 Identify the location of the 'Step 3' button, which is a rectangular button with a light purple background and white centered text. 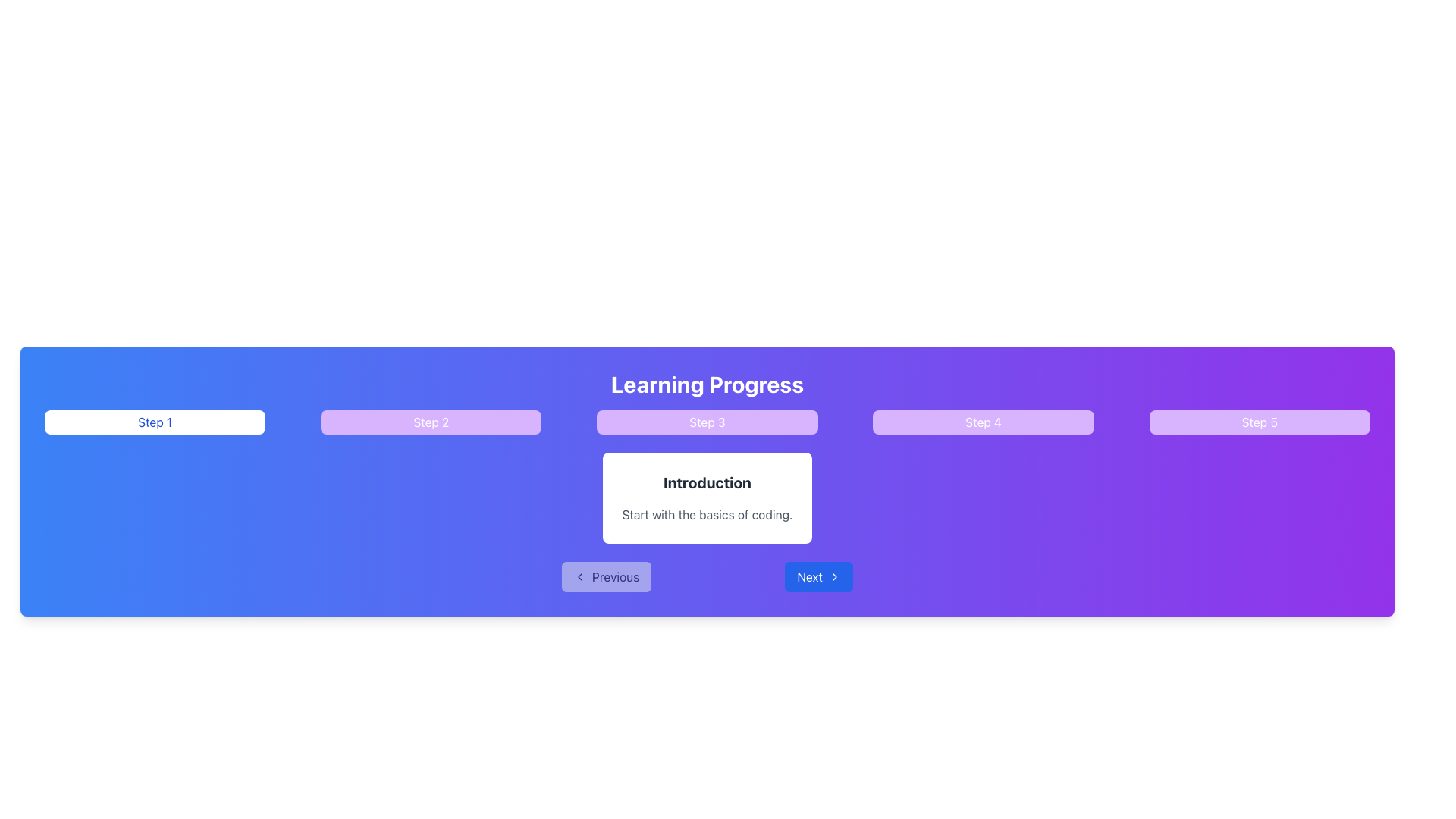
(706, 422).